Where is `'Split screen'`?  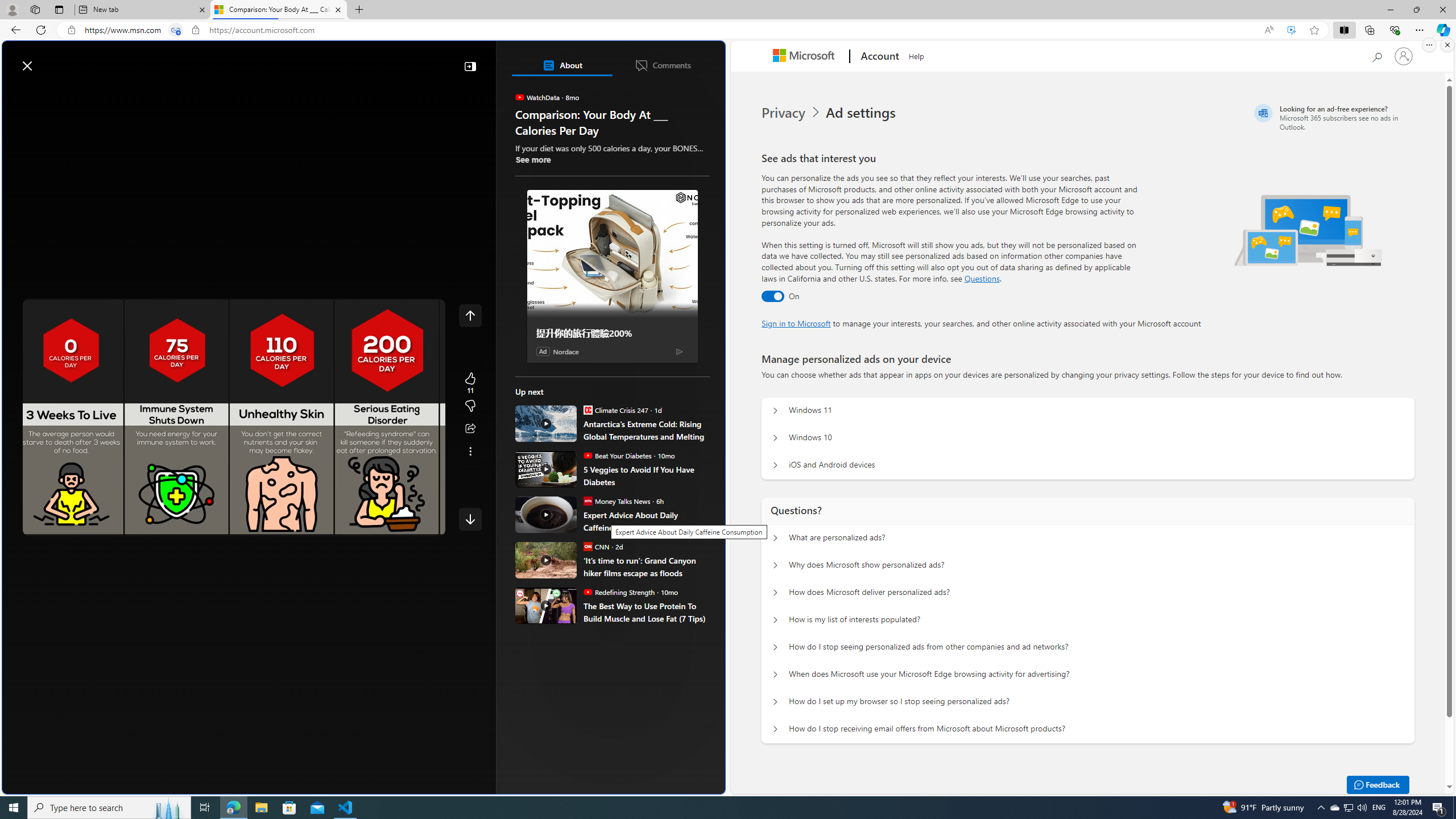 'Split screen' is located at coordinates (1345, 29).